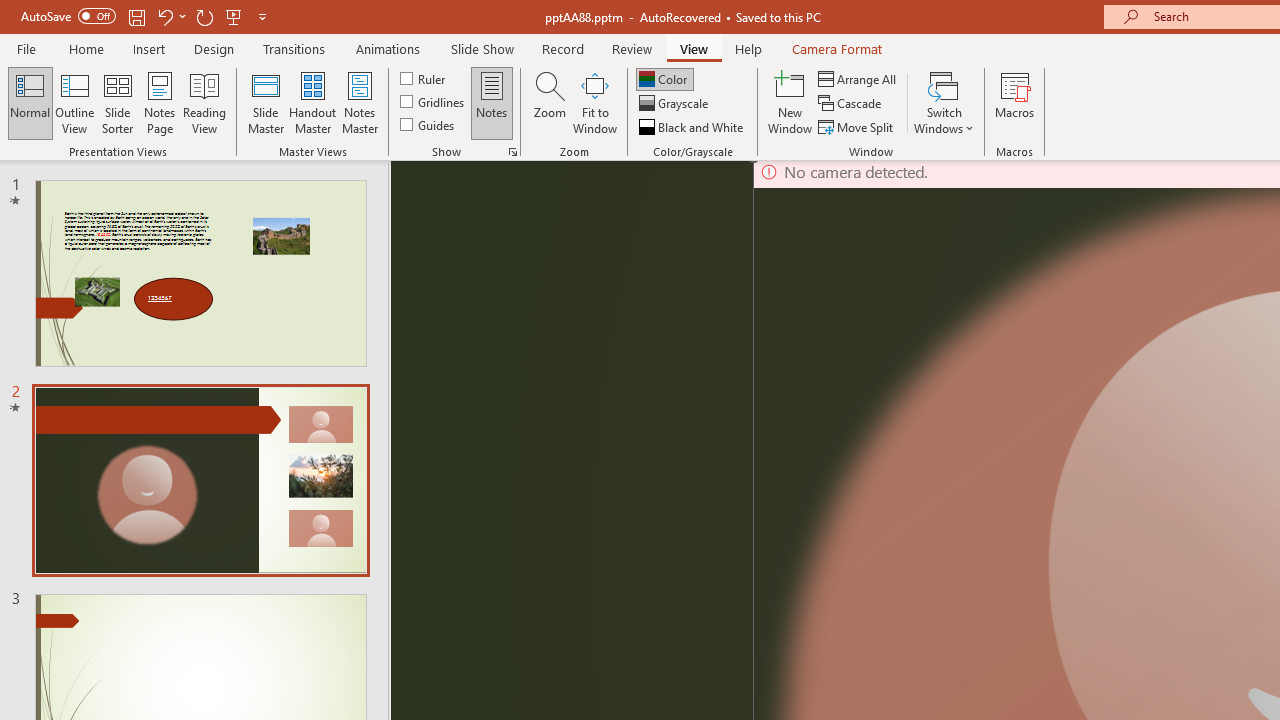 This screenshot has height=720, width=1280. I want to click on 'Cascade', so click(851, 103).